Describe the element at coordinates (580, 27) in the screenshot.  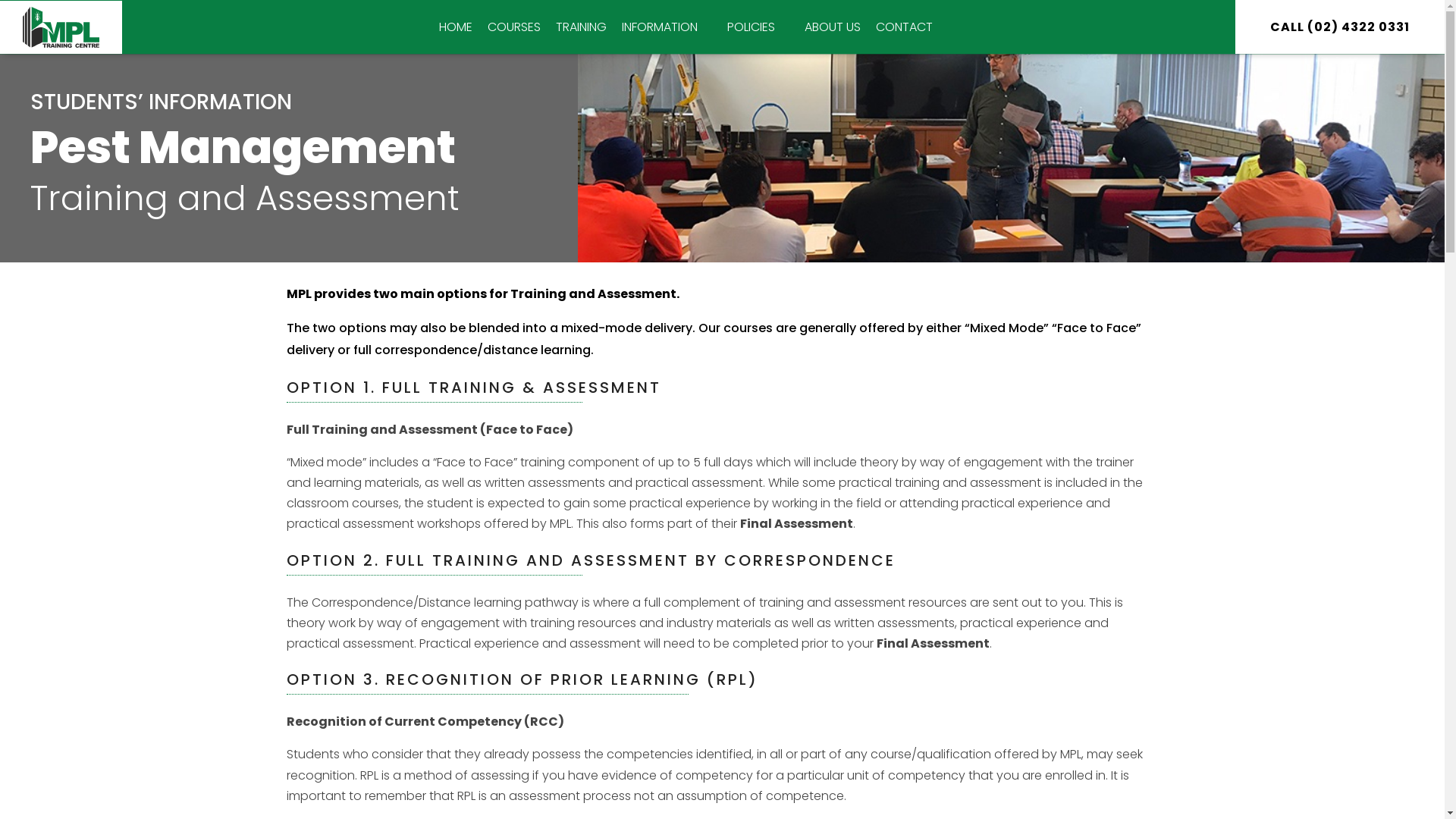
I see `'TRAINING'` at that location.